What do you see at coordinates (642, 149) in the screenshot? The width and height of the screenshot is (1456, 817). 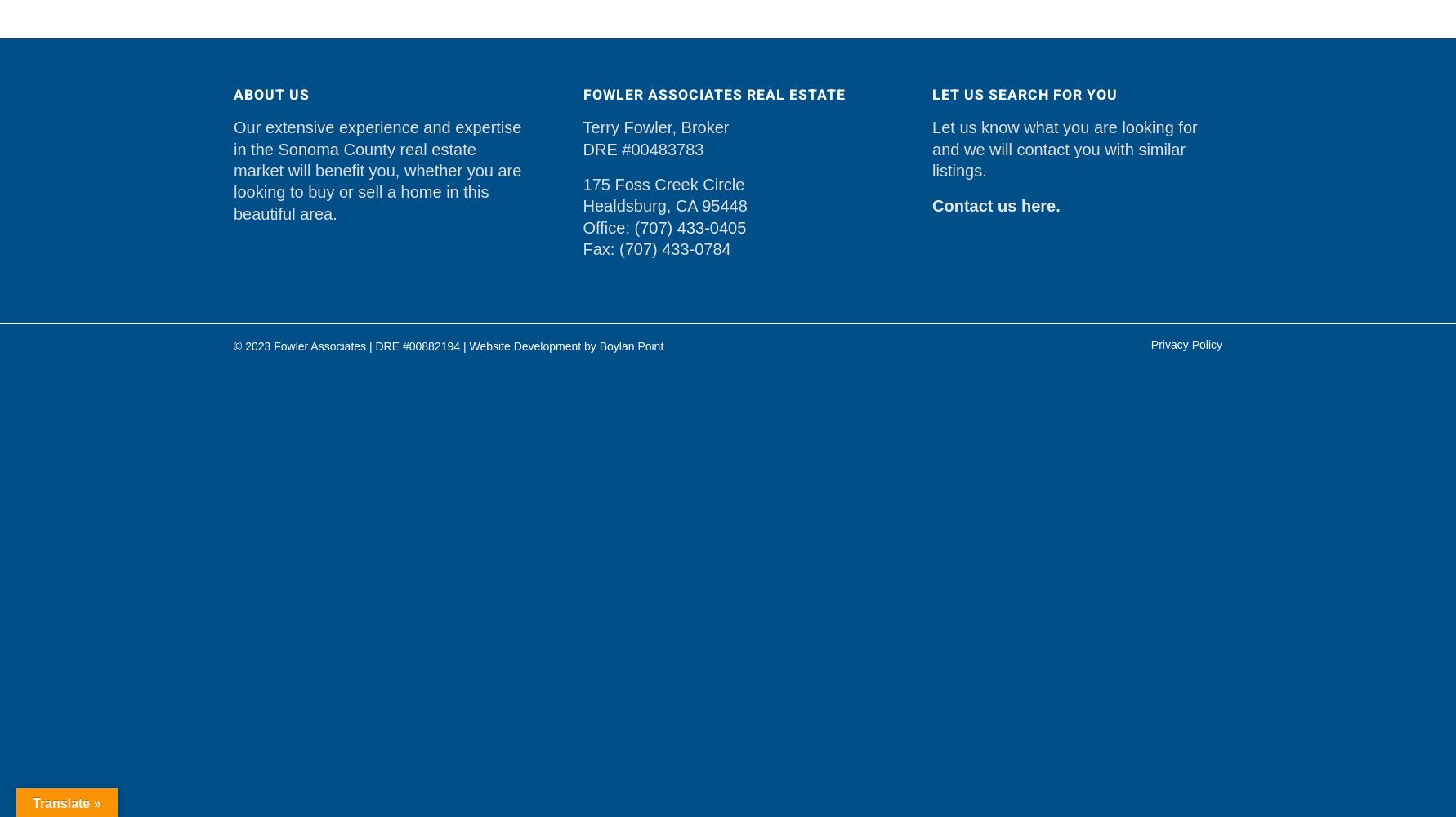 I see `'DRE #00483783'` at bounding box center [642, 149].